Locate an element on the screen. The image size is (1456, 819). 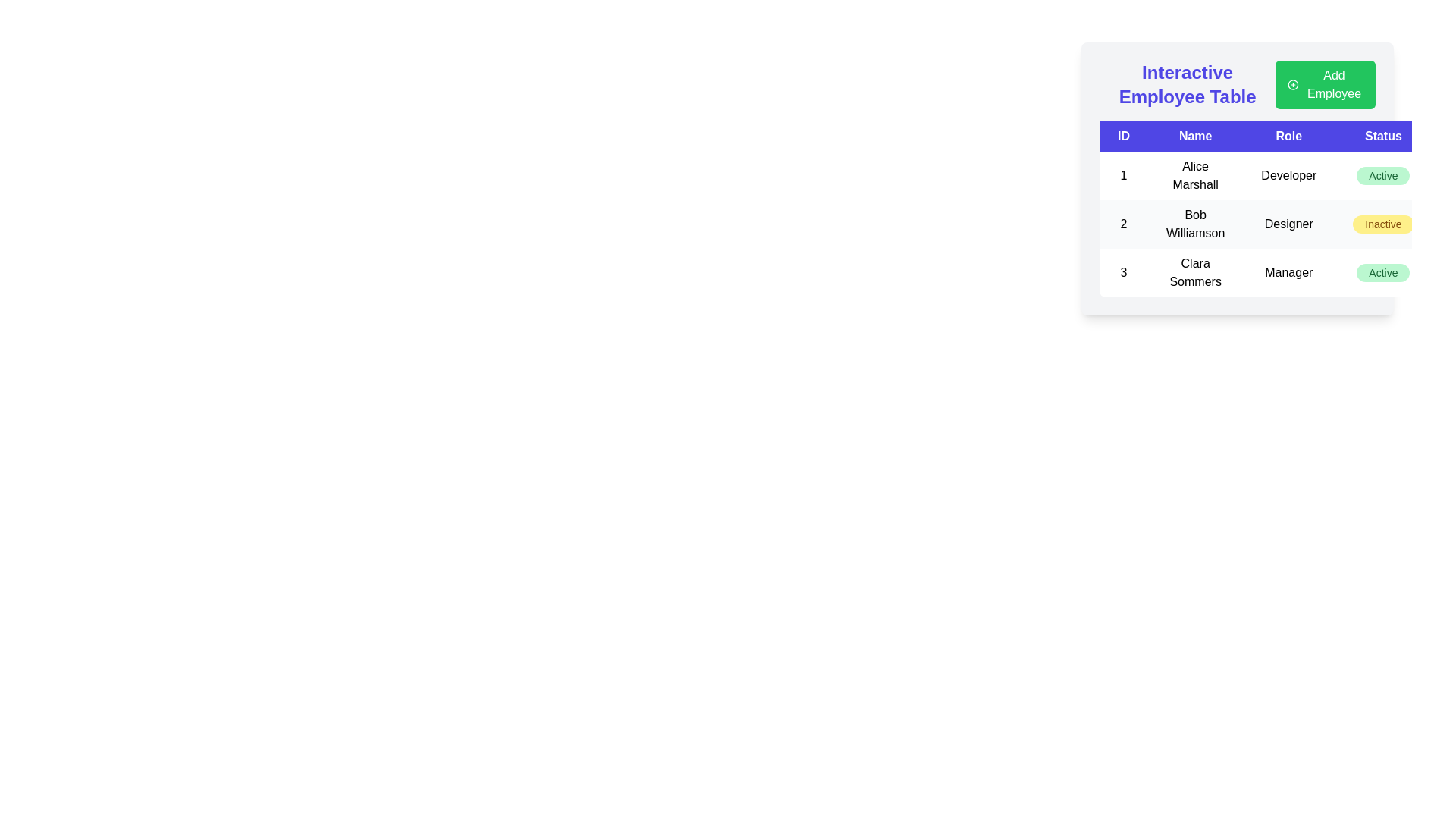
displayed text on the pill-shaped badge with a yellow background labeled 'Inactive', located in the second row of the 'Status' column corresponding to 'Bob Williamson' is located at coordinates (1383, 224).